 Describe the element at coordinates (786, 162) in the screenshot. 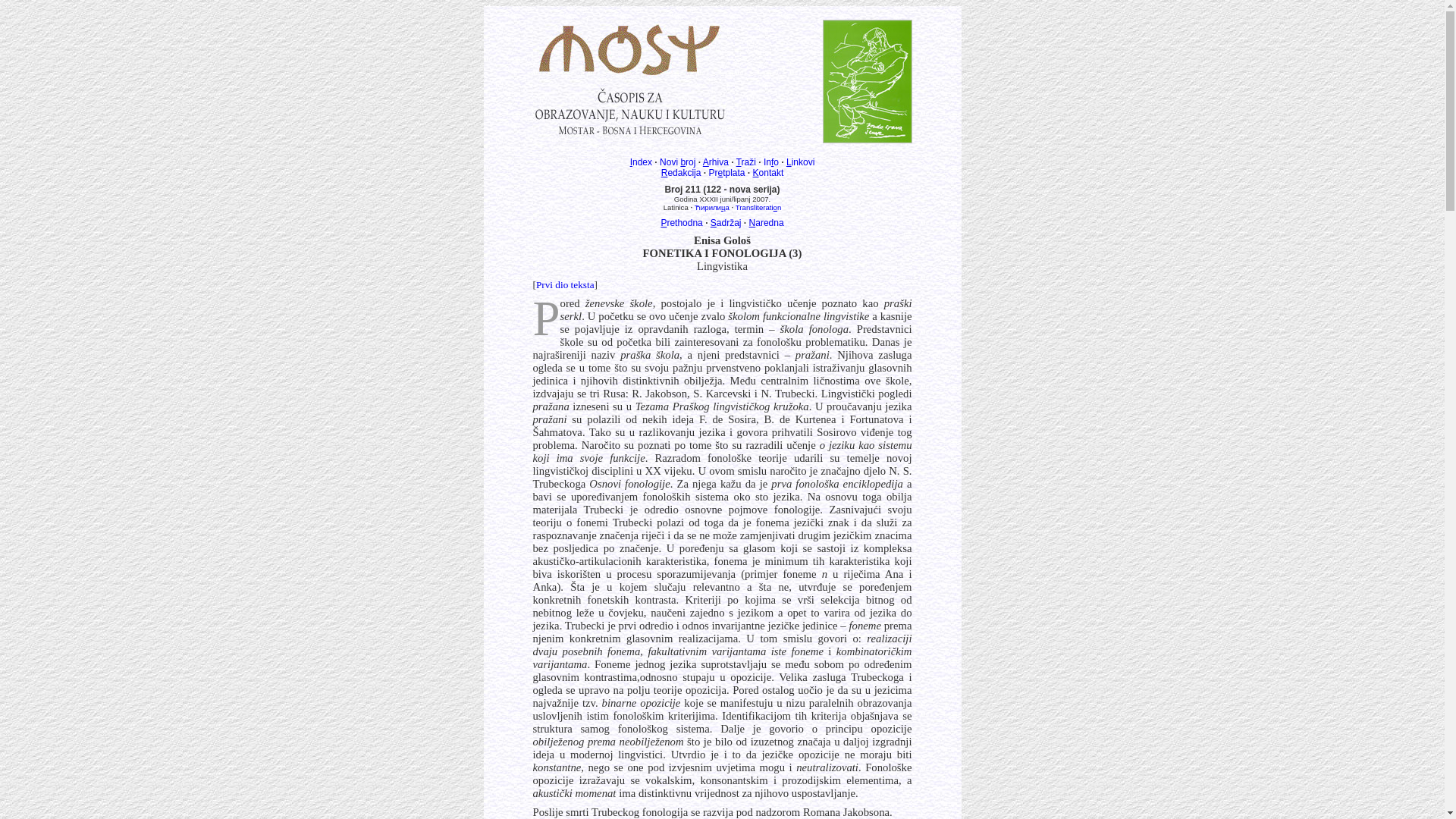

I see `'Linkovi'` at that location.